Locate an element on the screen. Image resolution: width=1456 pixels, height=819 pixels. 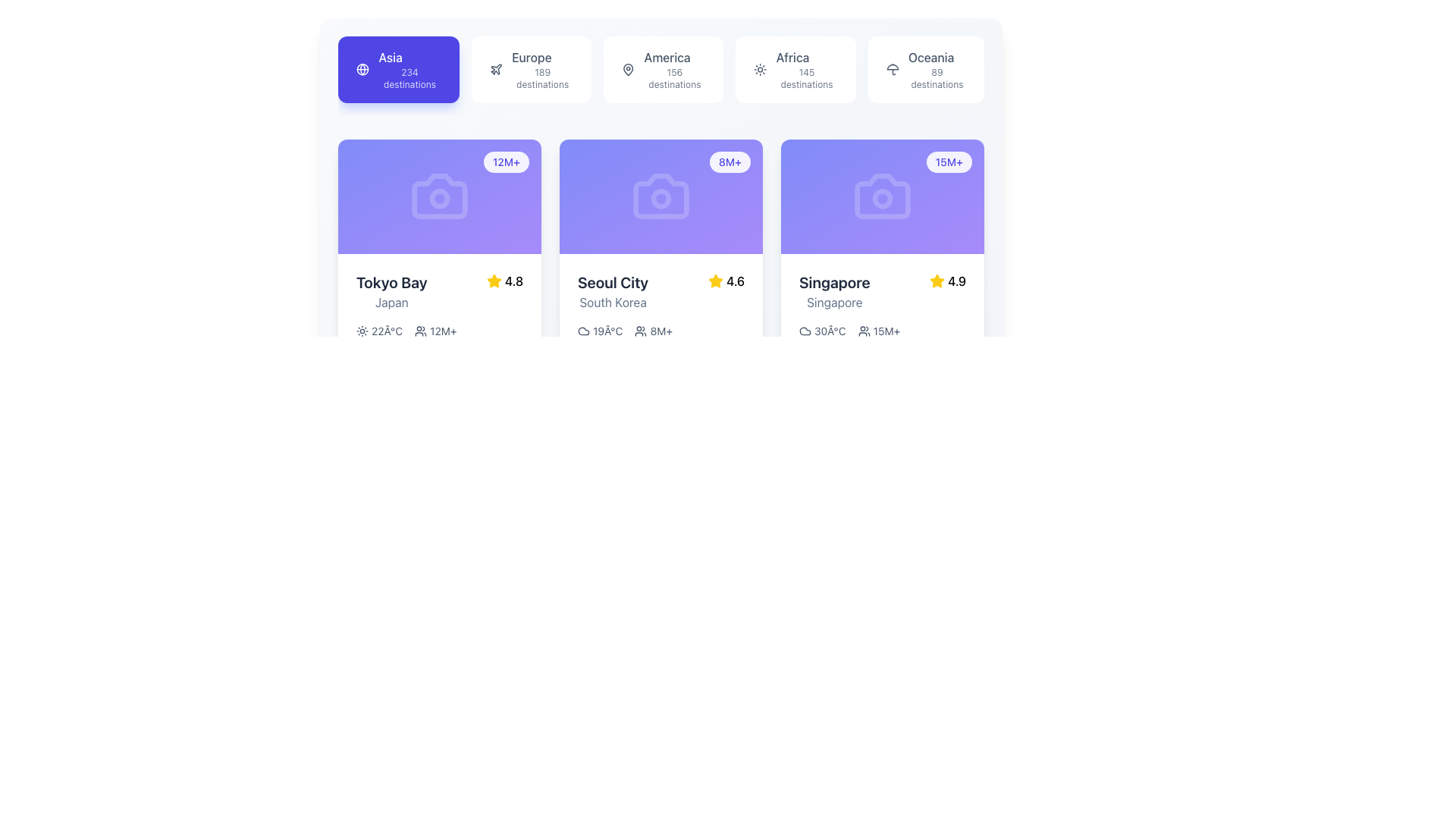
the map pin outline icon, which is a modern minimalistic graphical representation resembling a pin with a pointed bottom, located in the top section of the interface is located at coordinates (628, 70).